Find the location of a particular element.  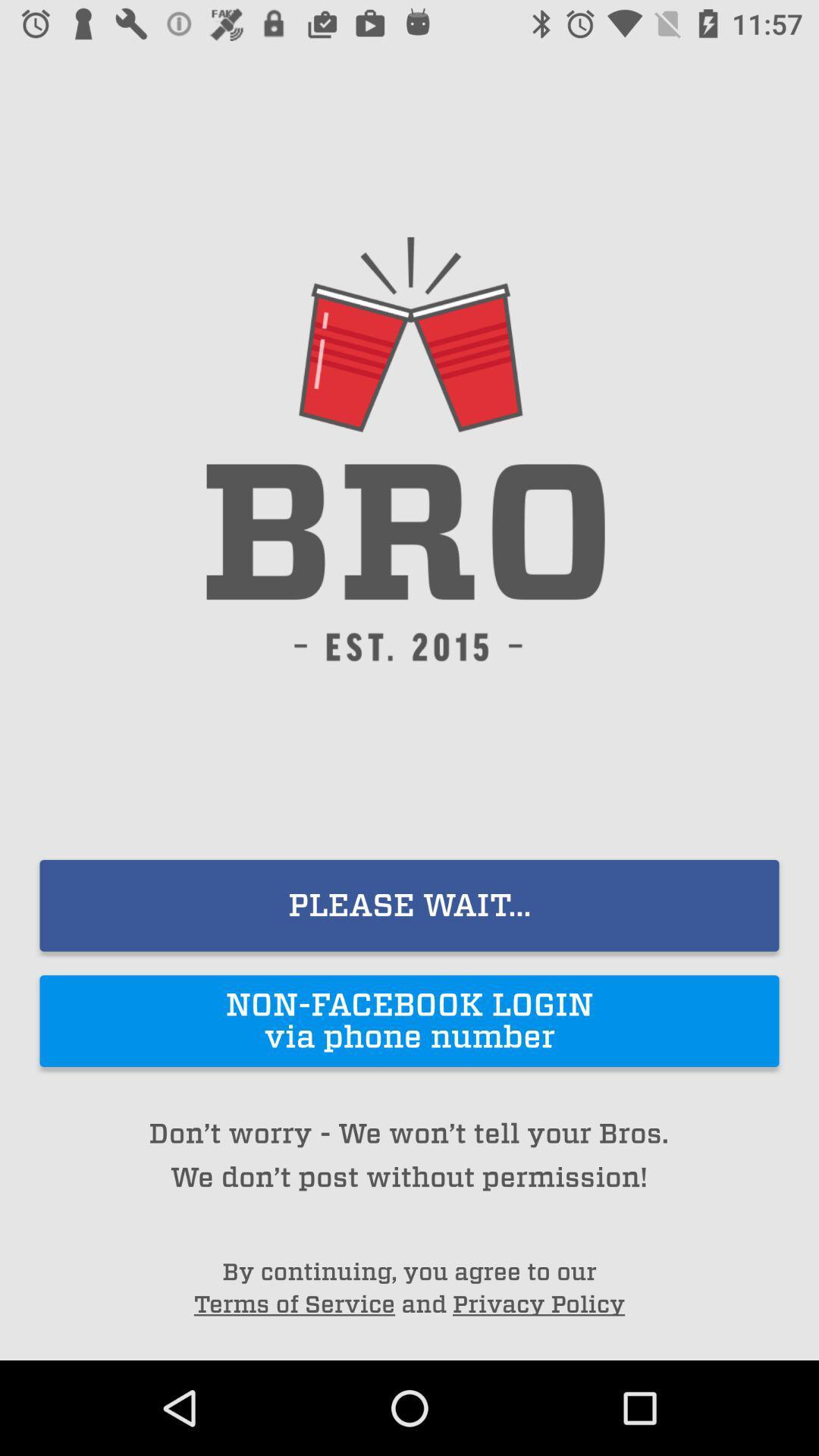

the non facebook login item is located at coordinates (409, 1021).